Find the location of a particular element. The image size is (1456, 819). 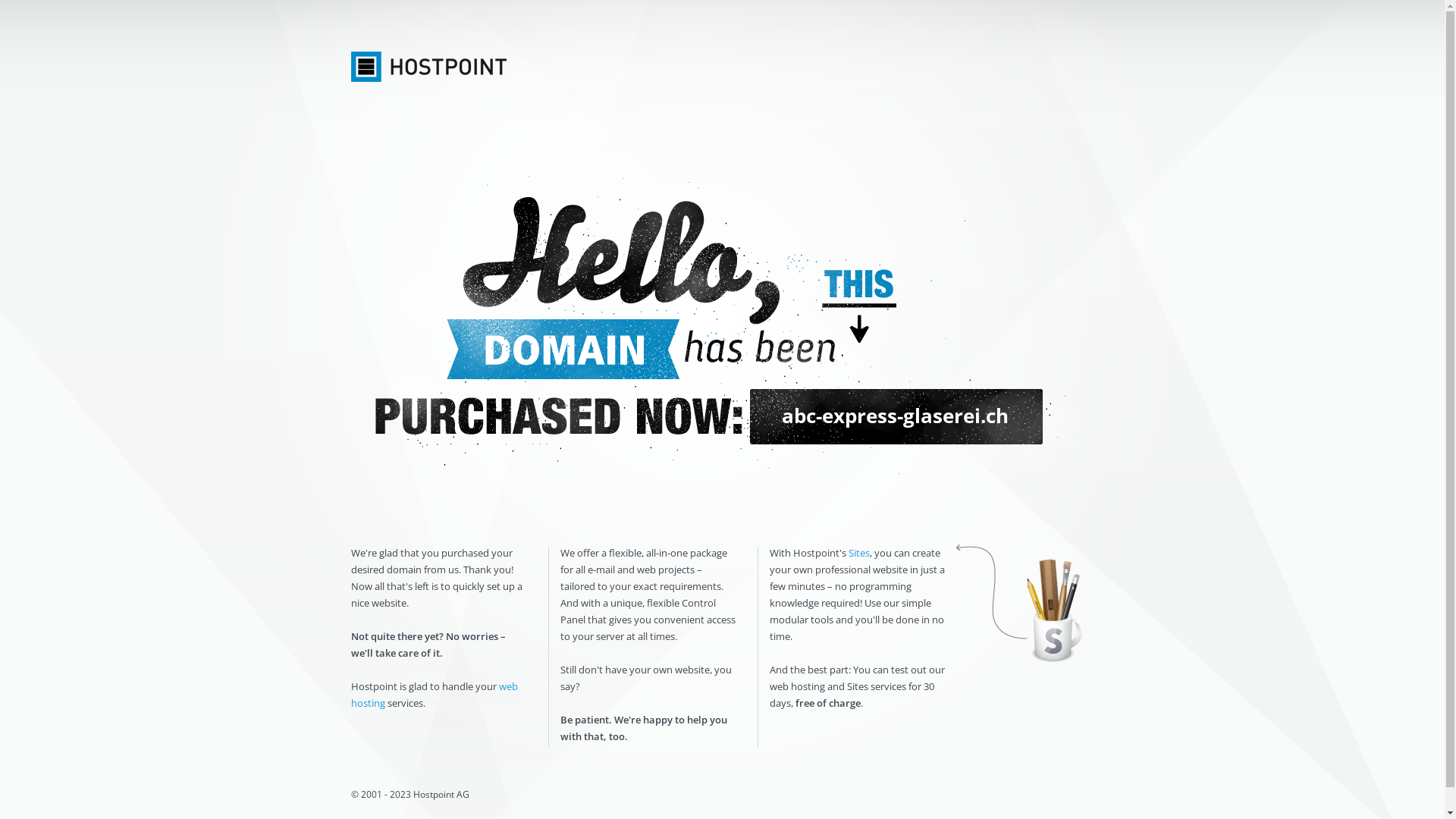

'web hosting' is located at coordinates (432, 694).